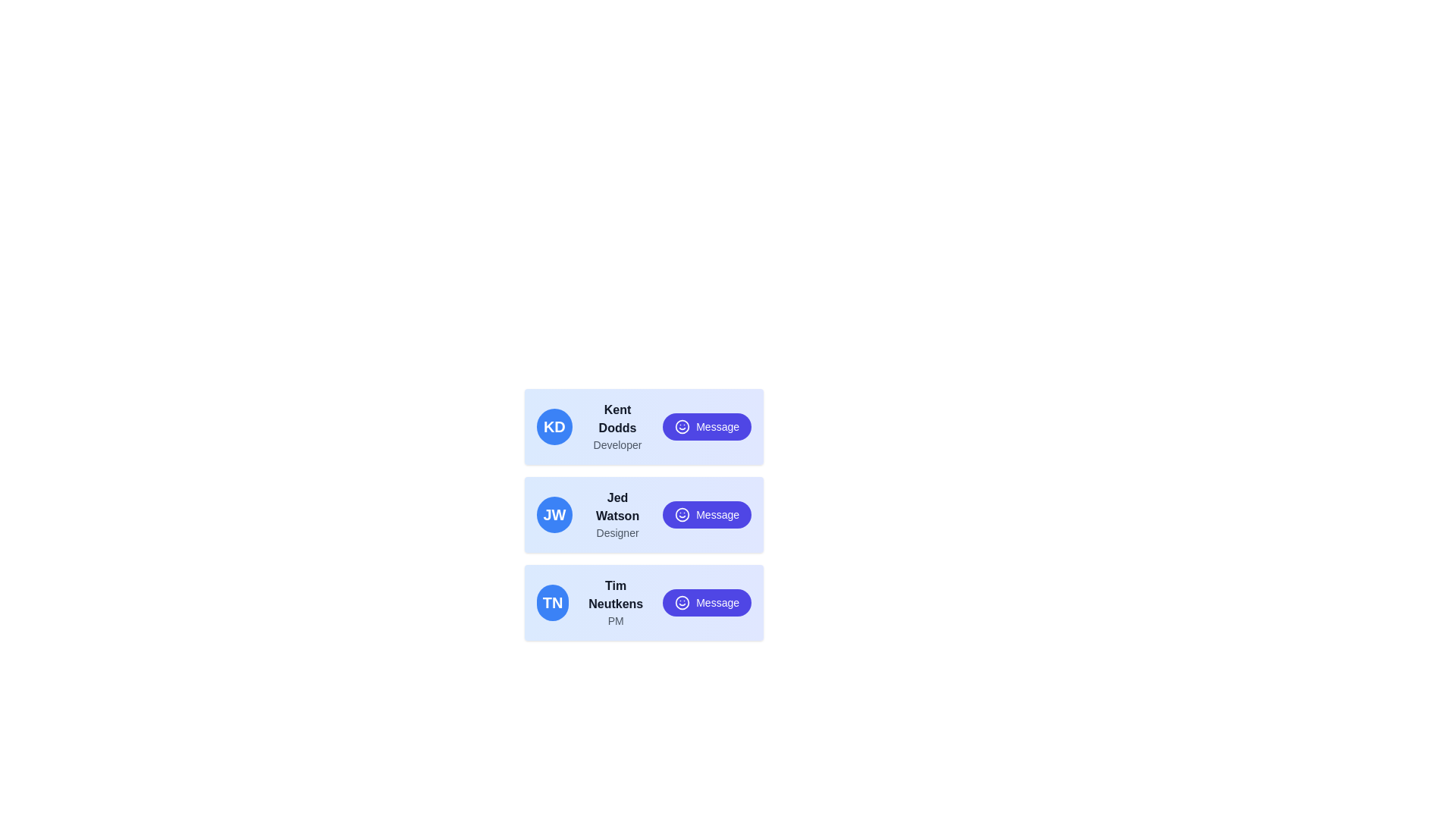 The width and height of the screenshot is (1456, 819). What do you see at coordinates (682, 427) in the screenshot?
I see `the outer circle of the smiley face graphical component, which represents an emotion or mood context, located to the left of the 'Message' button` at bounding box center [682, 427].